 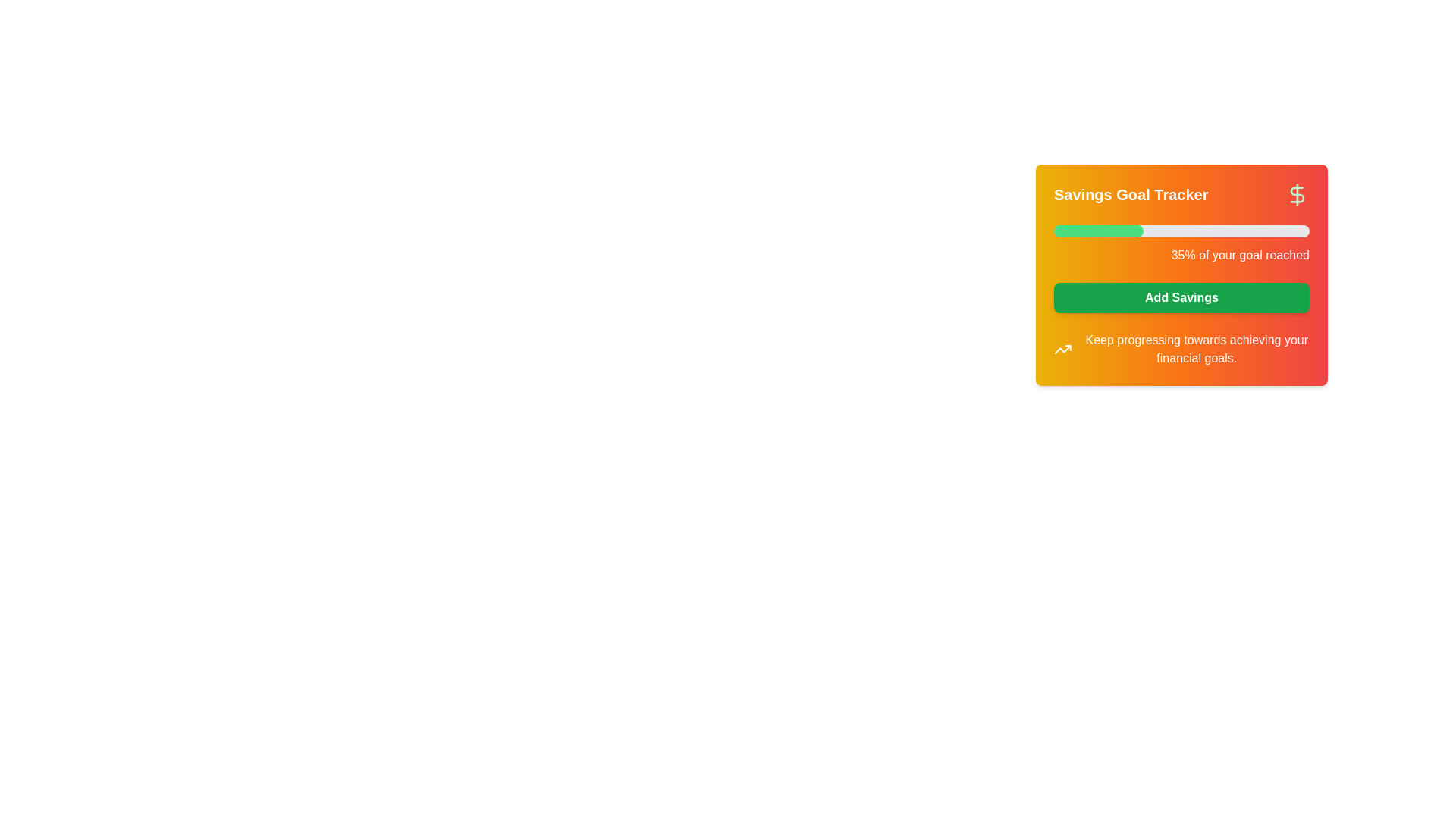 What do you see at coordinates (1296, 194) in the screenshot?
I see `the decorative icon located in the upper-right corner of the 'Savings Goal Tracker' box, which emphasizes the financial nature of the section` at bounding box center [1296, 194].